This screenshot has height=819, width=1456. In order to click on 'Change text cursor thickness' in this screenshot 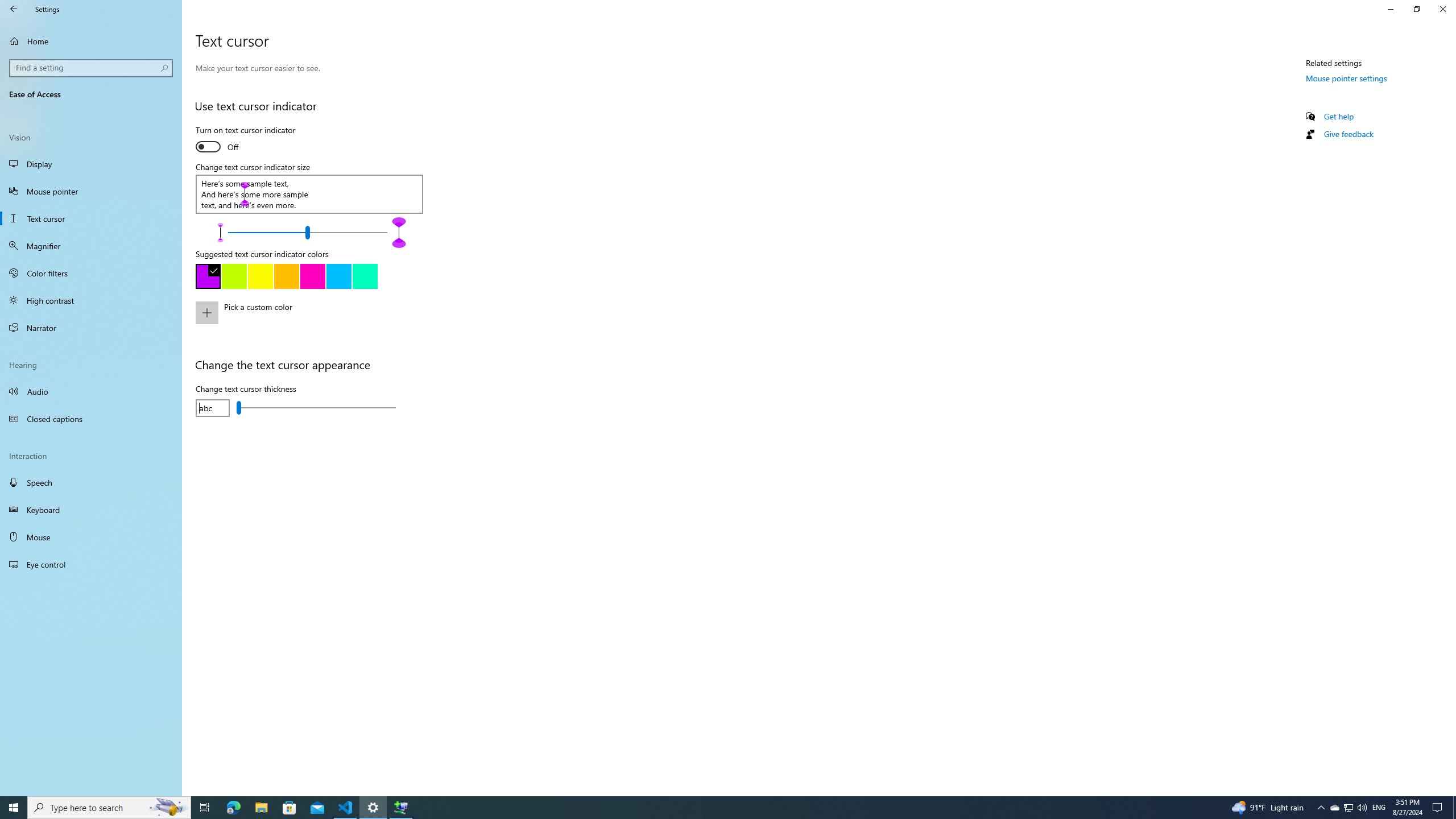, I will do `click(315, 407)`.